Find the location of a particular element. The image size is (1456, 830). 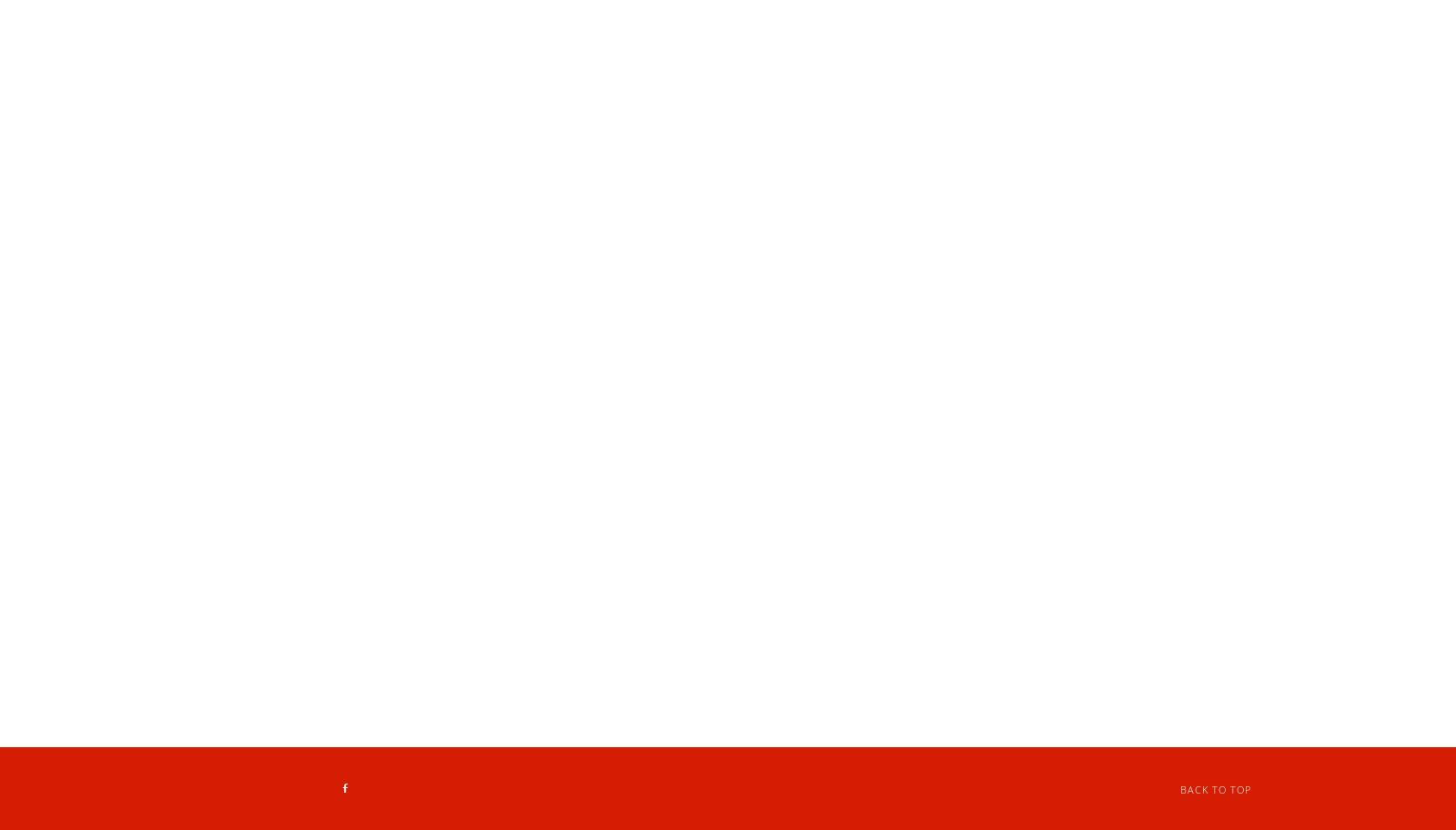

'9“ round pan cut into 16 pieces for $24.00' is located at coordinates (557, 307).